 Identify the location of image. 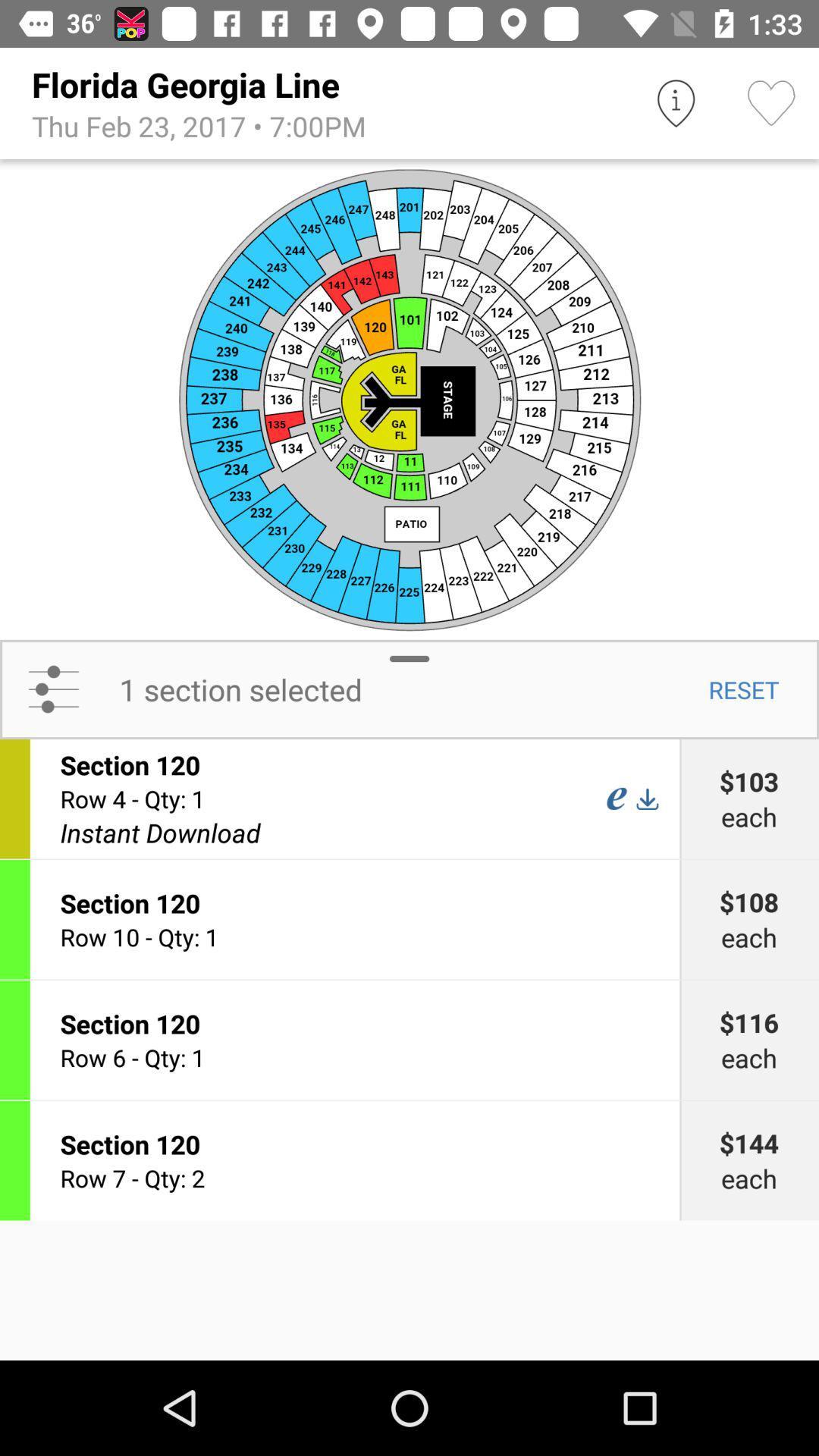
(409, 399).